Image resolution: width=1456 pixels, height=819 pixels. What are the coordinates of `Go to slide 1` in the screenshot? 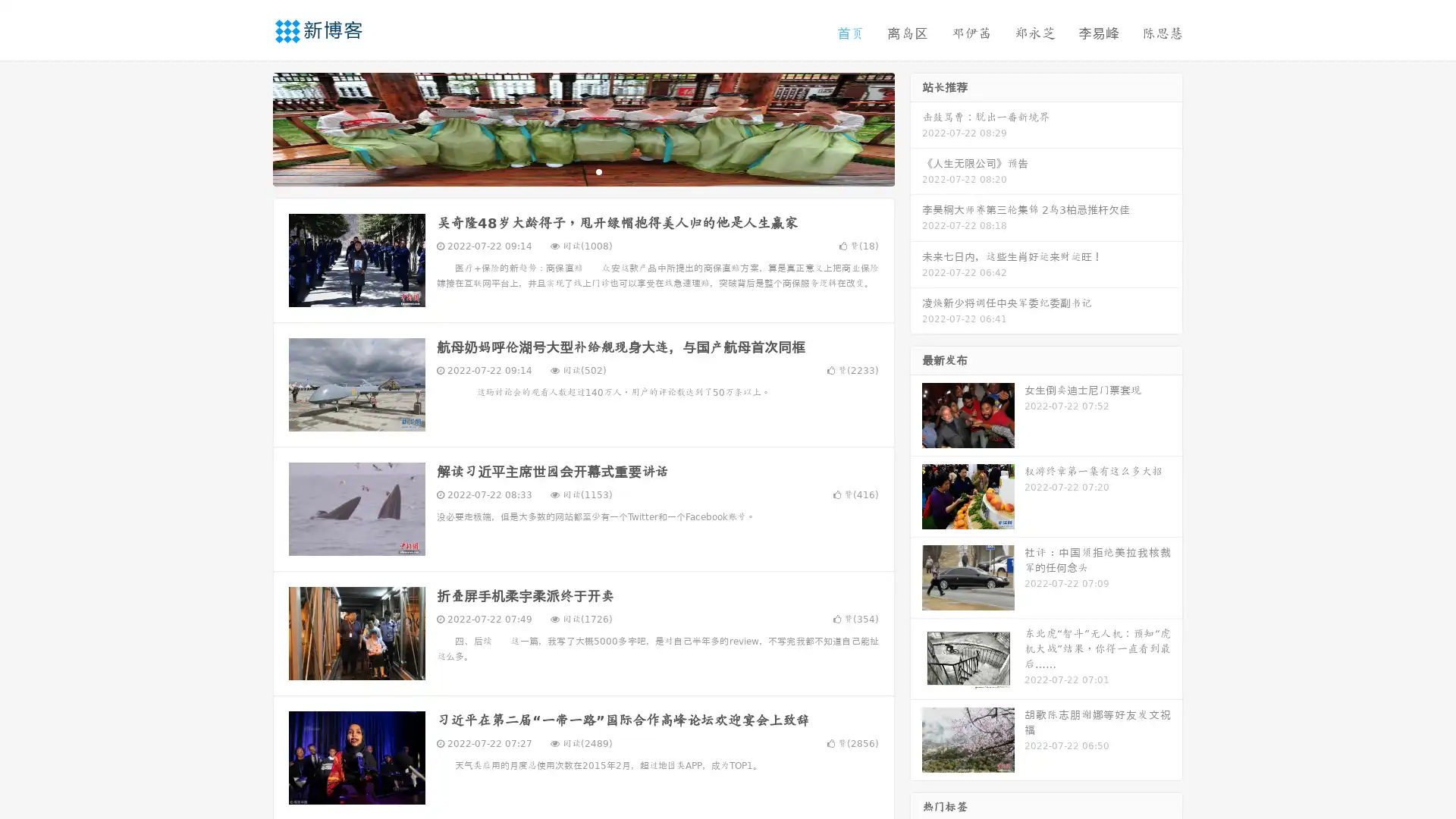 It's located at (567, 171).